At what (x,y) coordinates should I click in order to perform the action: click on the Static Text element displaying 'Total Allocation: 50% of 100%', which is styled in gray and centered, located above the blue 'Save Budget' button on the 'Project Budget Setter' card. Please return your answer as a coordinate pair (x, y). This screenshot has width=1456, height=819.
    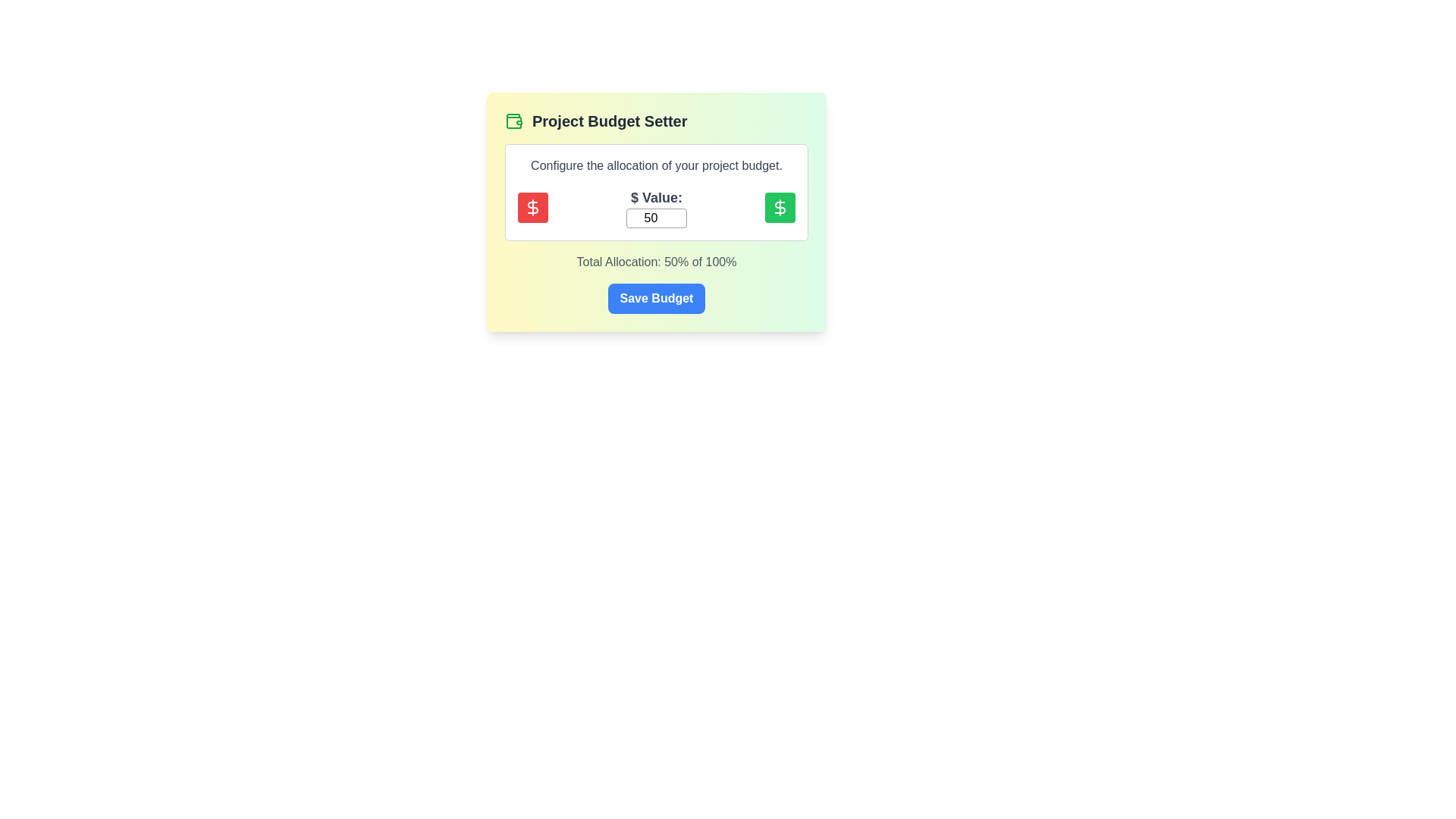
    Looking at the image, I should click on (656, 262).